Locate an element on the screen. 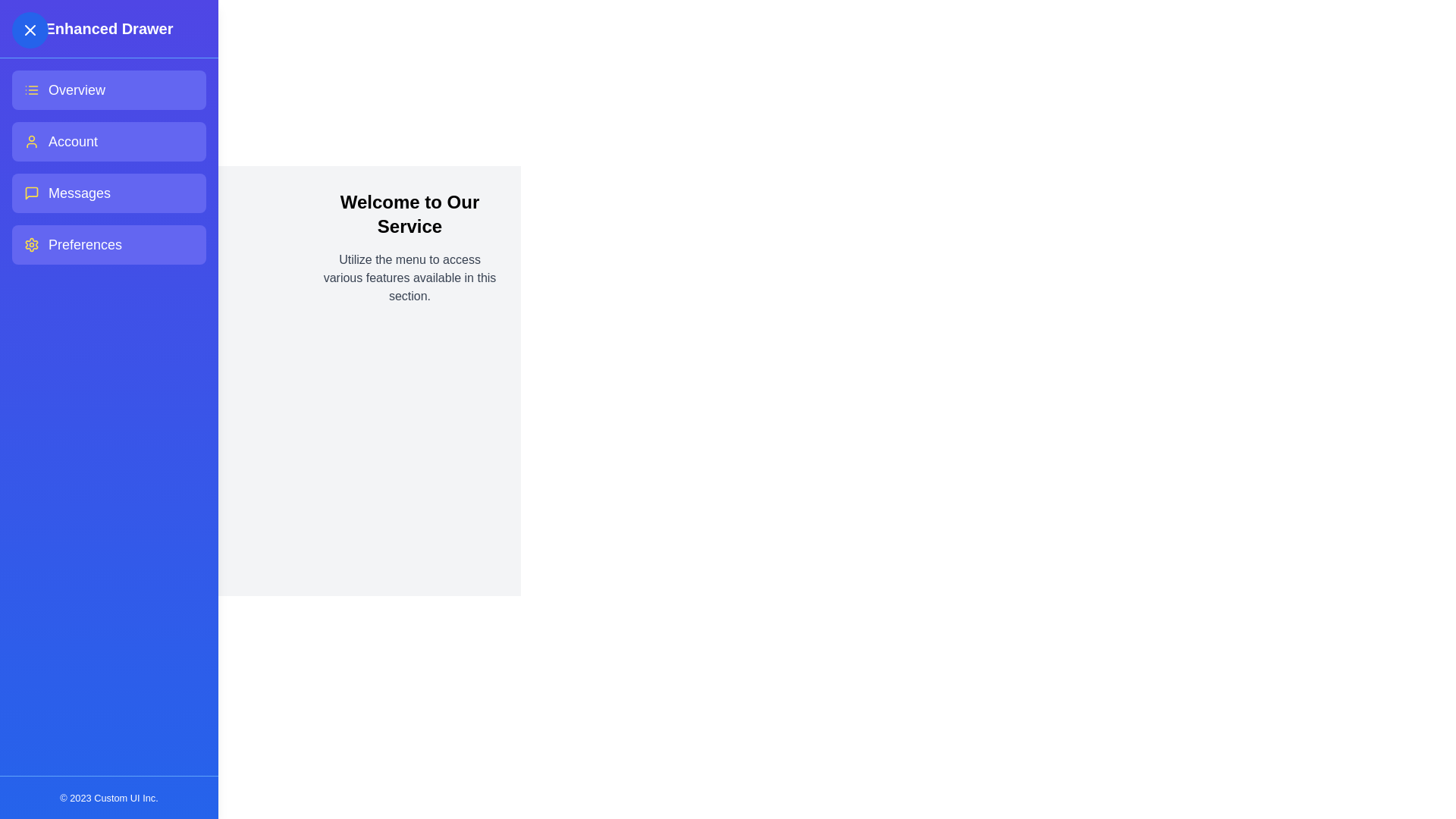 This screenshot has height=819, width=1456. the circular blue button with a white 'X' icon at its center for accessibility is located at coordinates (30, 30).